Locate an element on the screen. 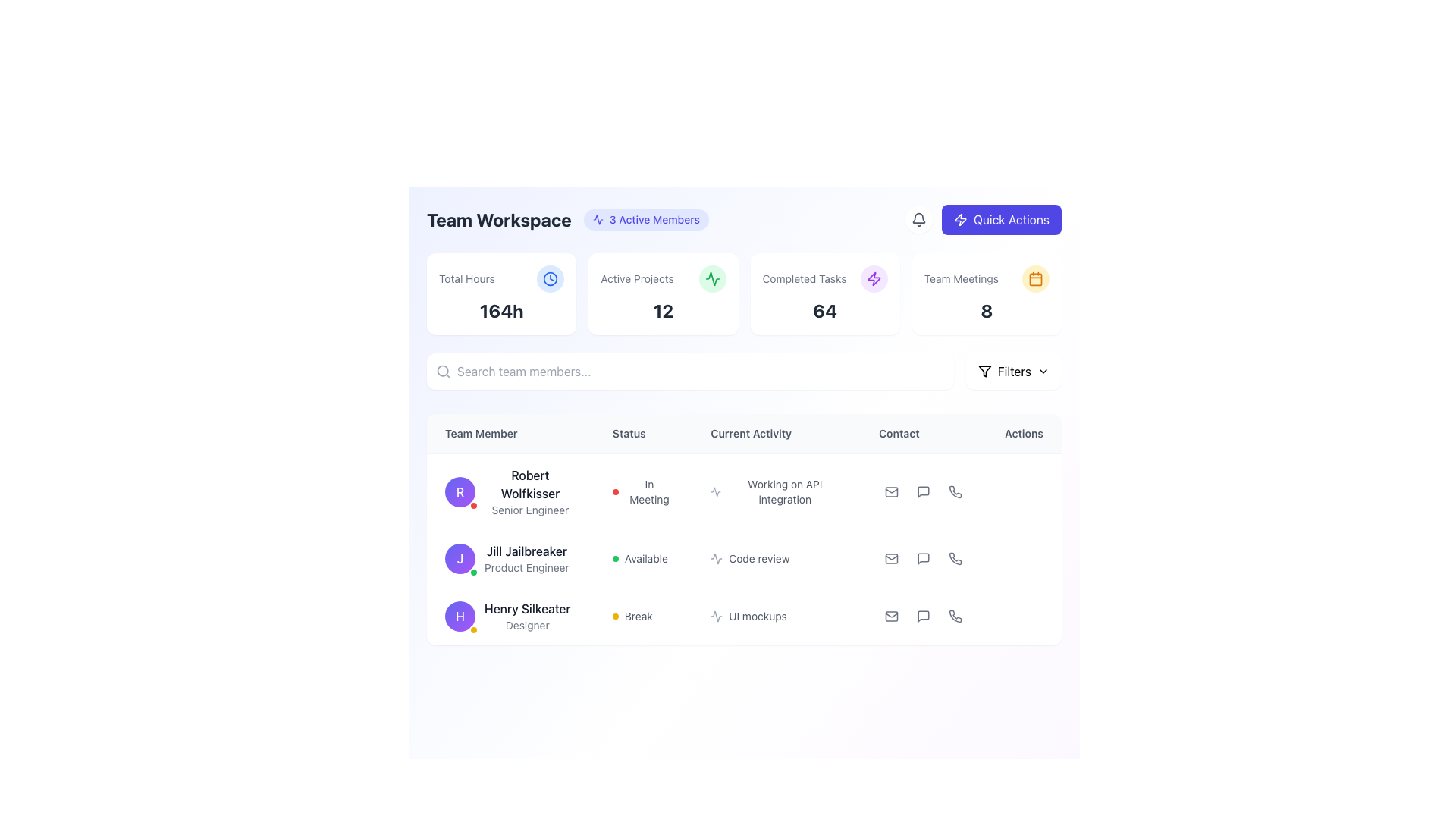 Image resolution: width=1456 pixels, height=819 pixels. the Profile Display Item for 'Henry Silkeater' which features a circular avatar with 'H' on a purple gradient background, a yellow status dot, and text below it is located at coordinates (510, 617).